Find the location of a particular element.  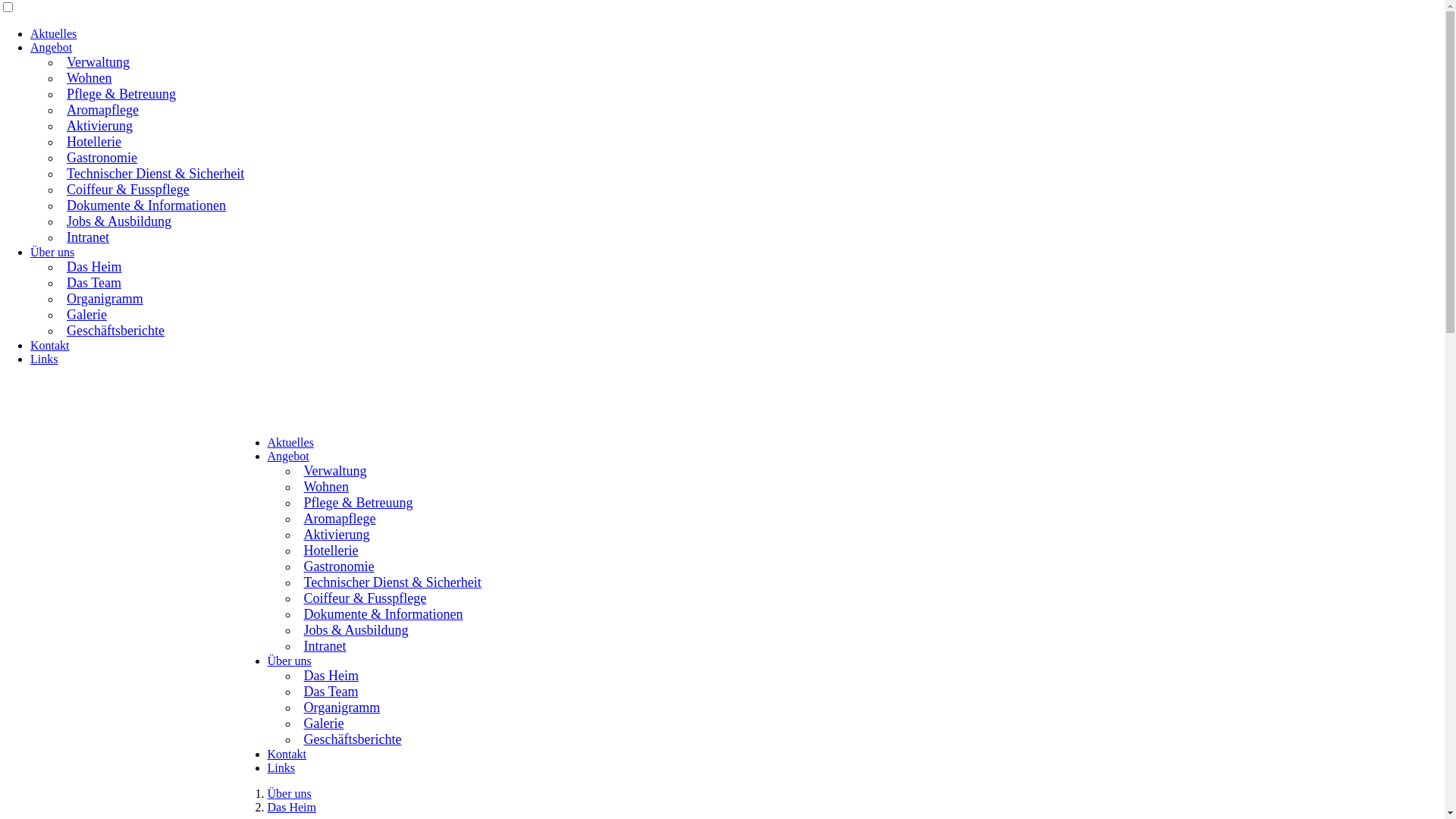

'Links' is located at coordinates (280, 767).